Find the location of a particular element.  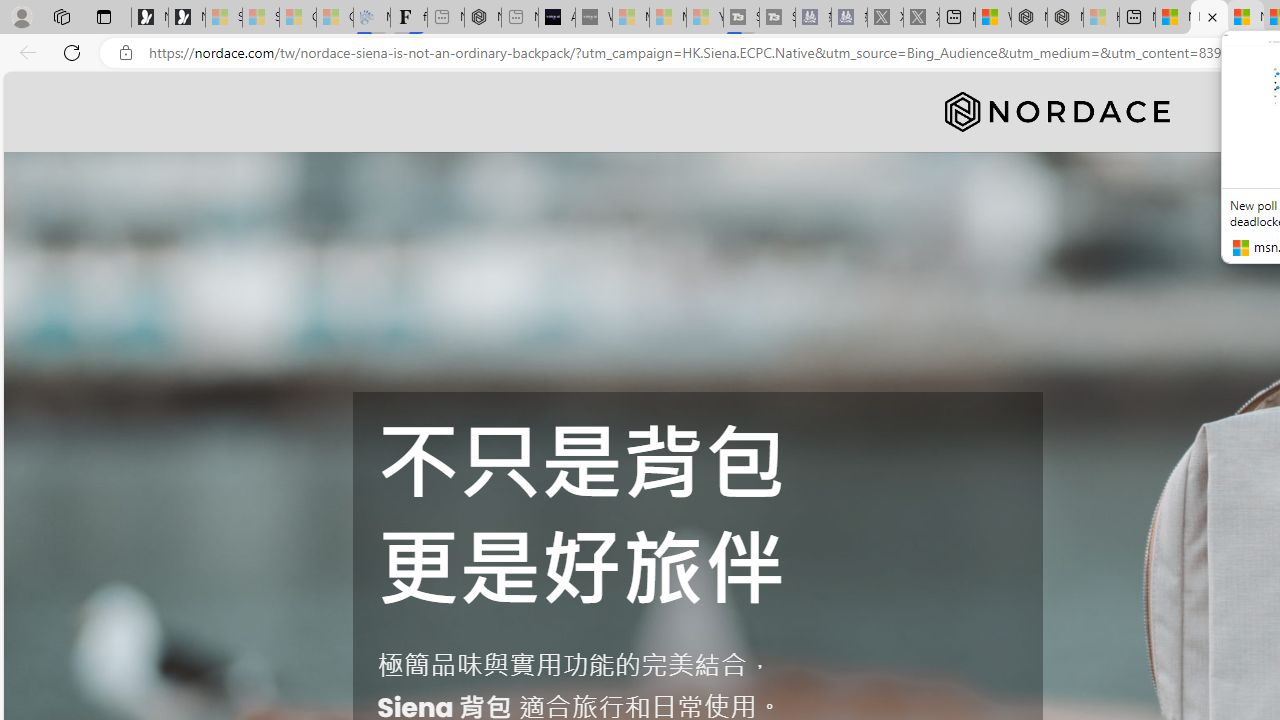

'Newsletter Sign Up' is located at coordinates (186, 17).